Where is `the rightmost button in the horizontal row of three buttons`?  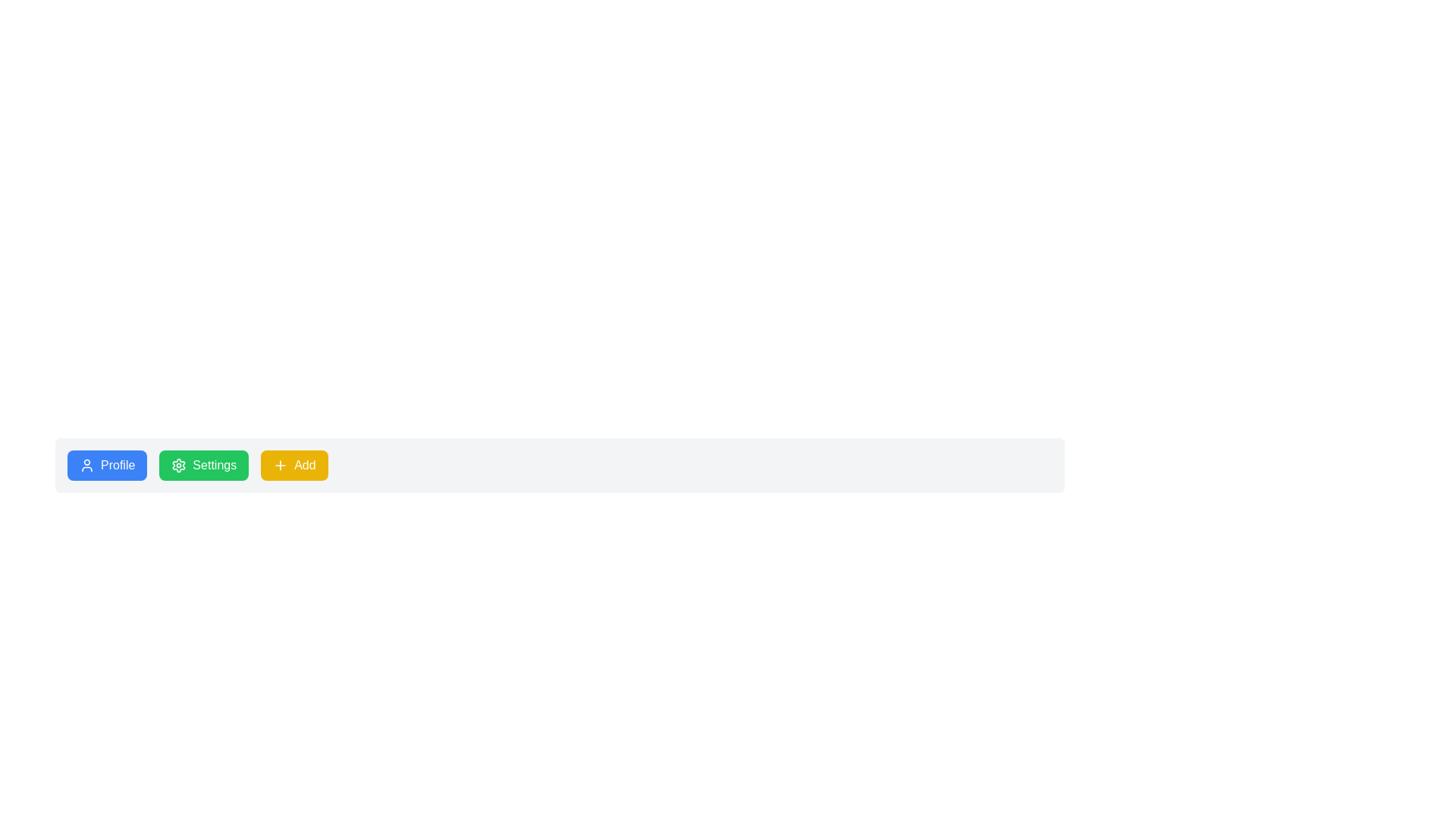 the rightmost button in the horizontal row of three buttons is located at coordinates (294, 464).